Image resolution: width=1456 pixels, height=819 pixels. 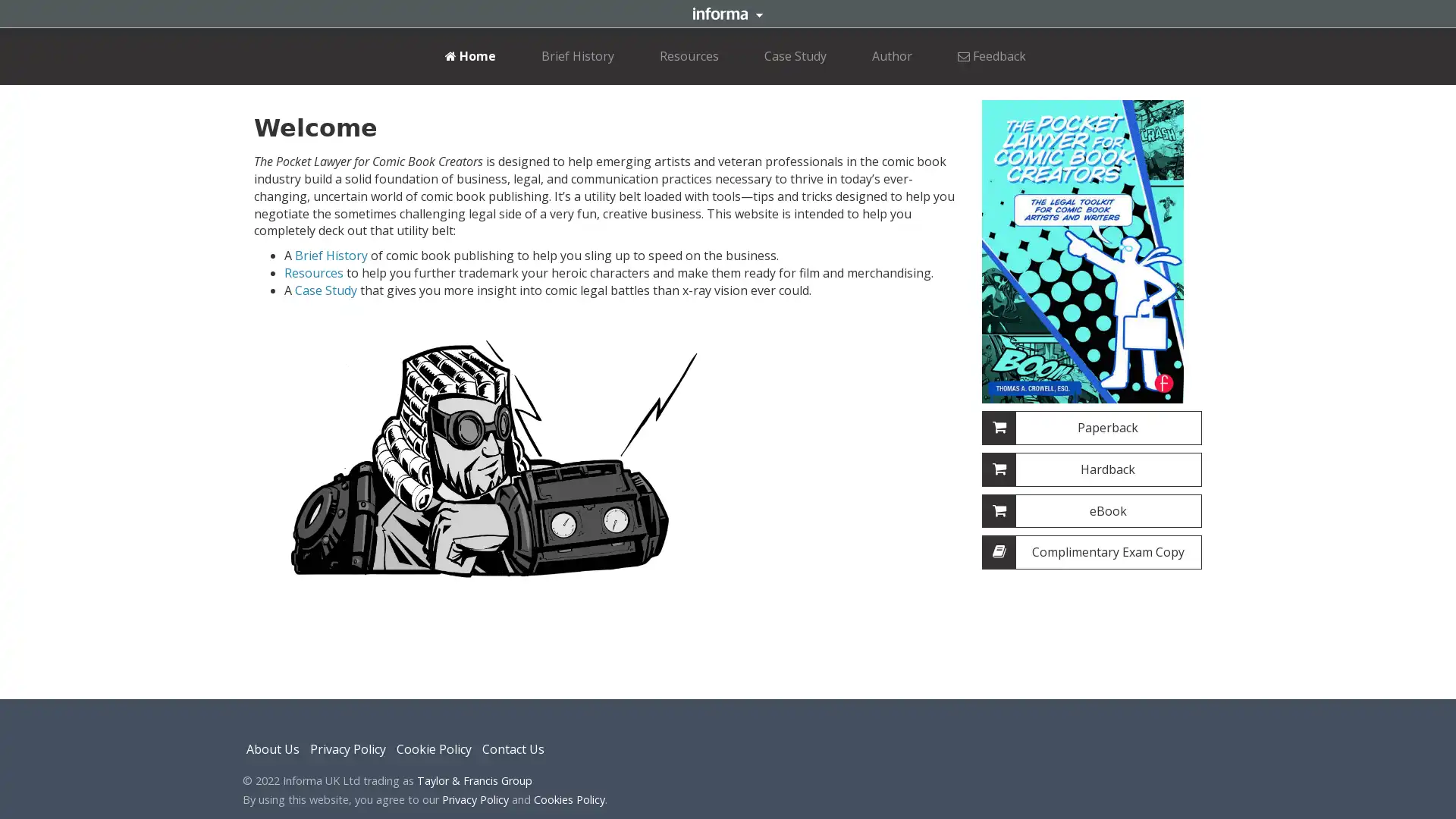 What do you see at coordinates (1388, 787) in the screenshot?
I see `dismiss cookie message` at bounding box center [1388, 787].